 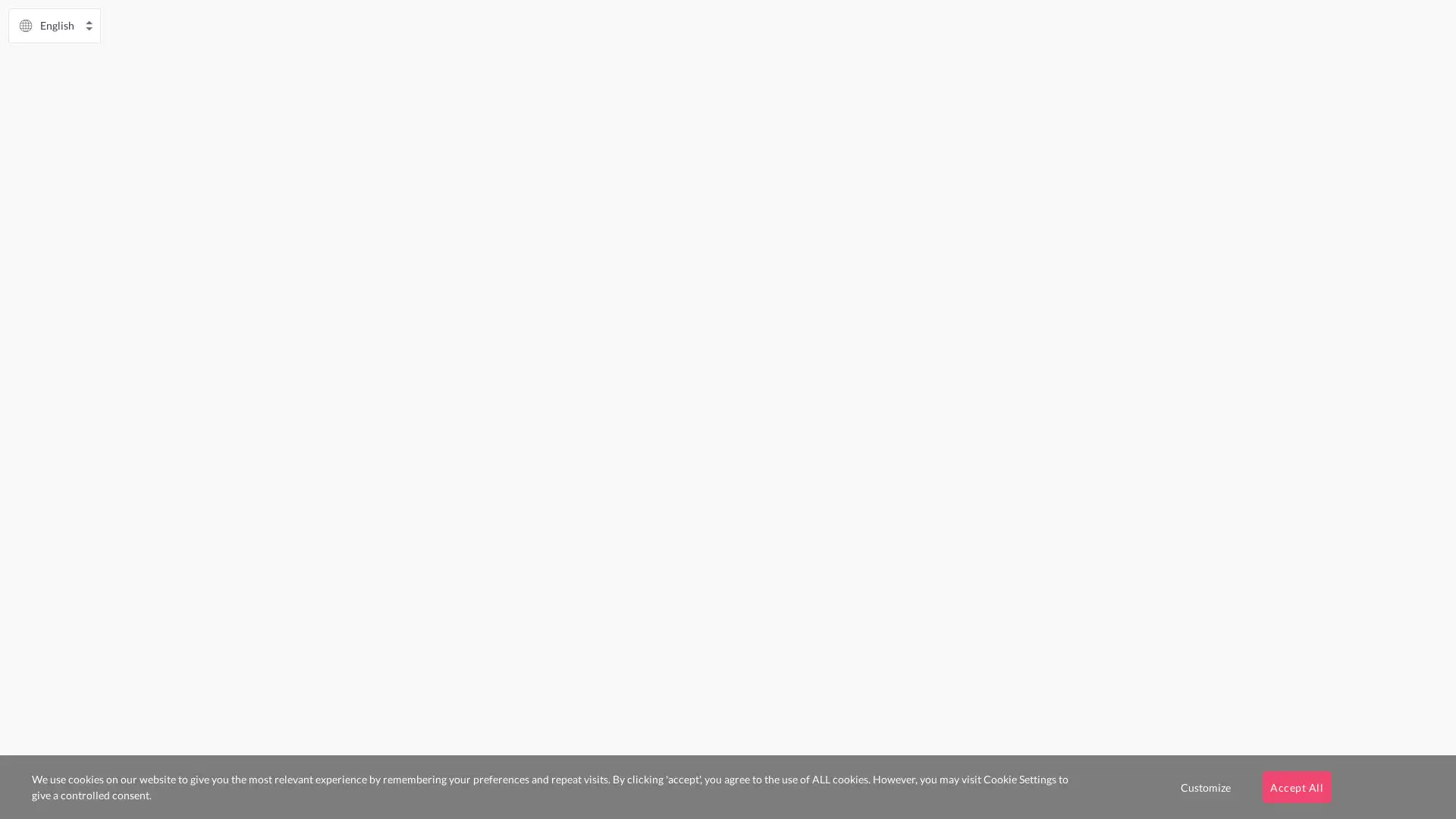 I want to click on Login, so click(x=362, y=475).